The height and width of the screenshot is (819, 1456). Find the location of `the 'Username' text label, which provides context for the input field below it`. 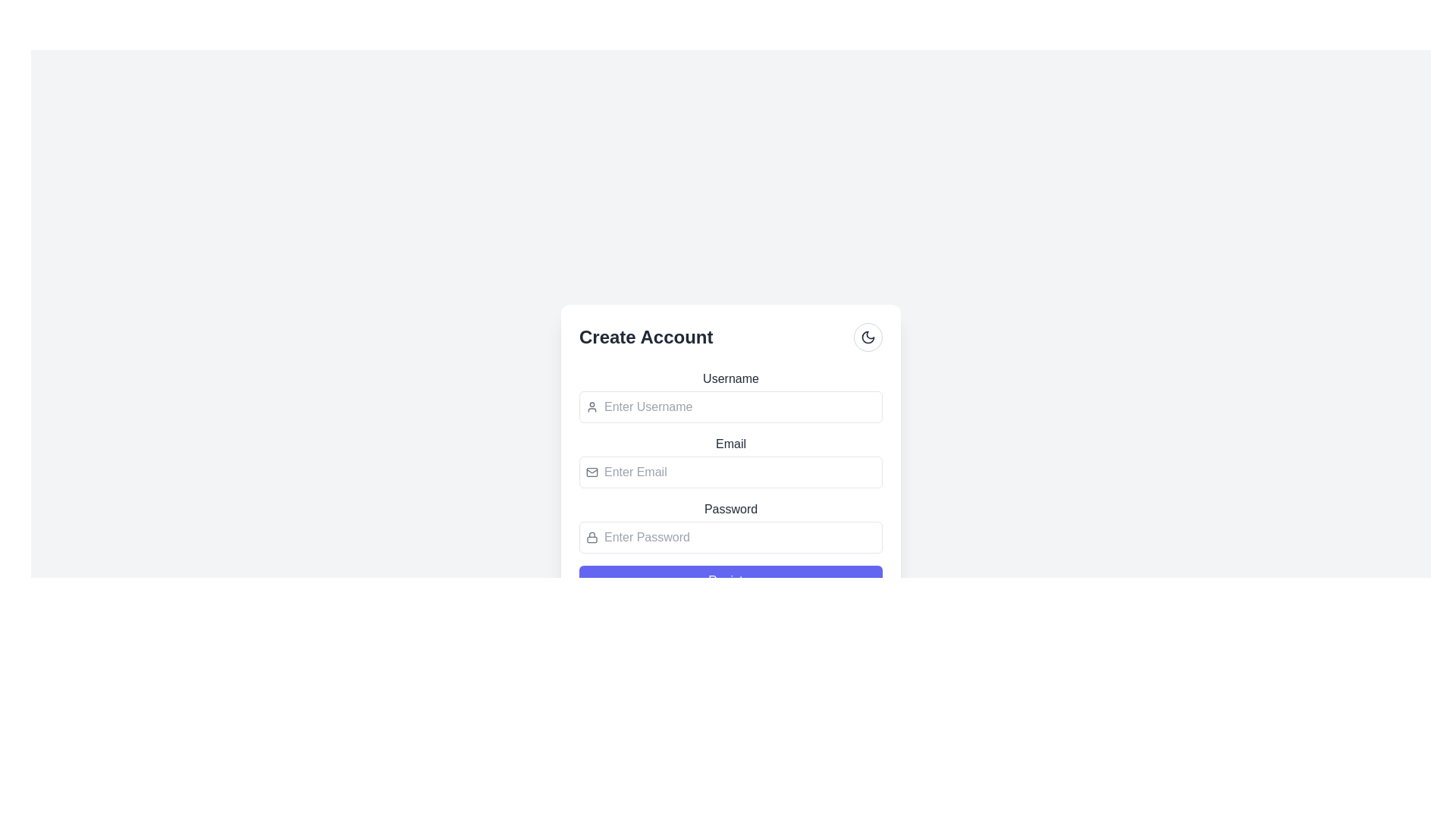

the 'Username' text label, which provides context for the input field below it is located at coordinates (731, 378).